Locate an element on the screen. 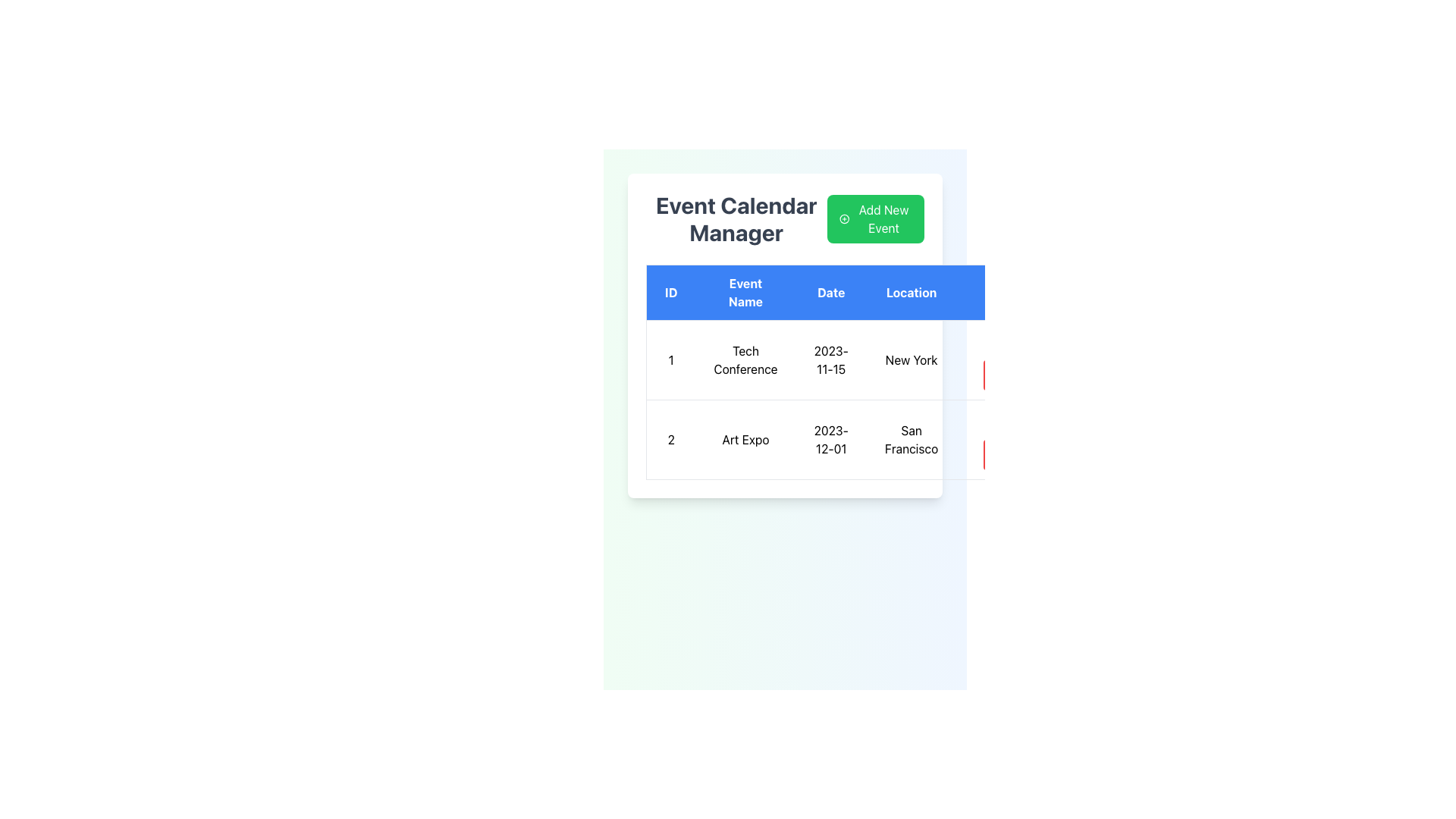 This screenshot has height=819, width=1456. the 'Location' text label in the fourth column header of the table, which has a blue background and white text is located at coordinates (911, 292).